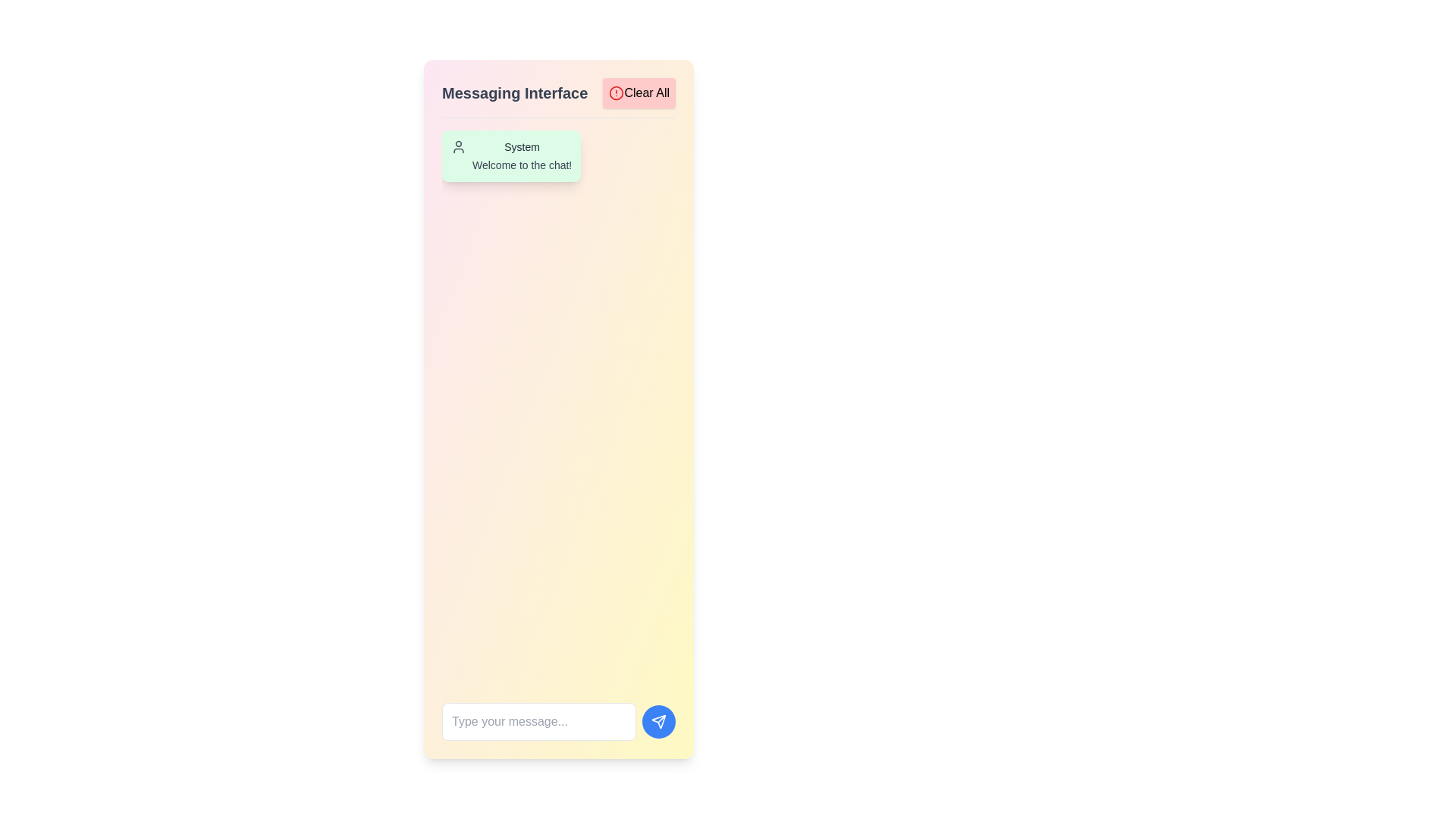  Describe the element at coordinates (457, 146) in the screenshot. I see `the user icon, which is a gray graphical representation of a person, located in the top-left corner of a rounded rectangular notification with a light green background, adjacent to the text 'System'` at that location.